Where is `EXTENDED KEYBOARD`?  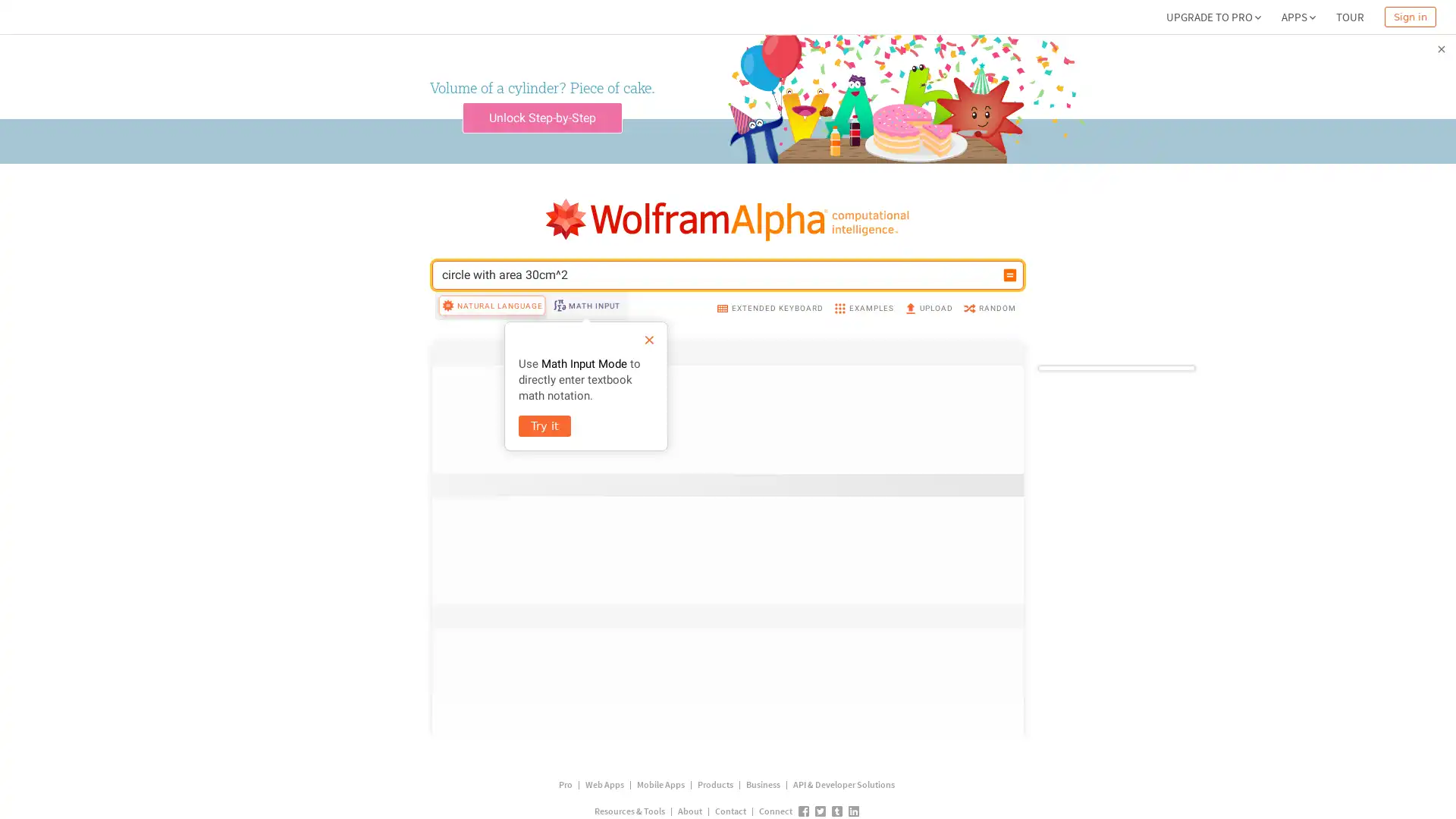
EXTENDED KEYBOARD is located at coordinates (769, 307).